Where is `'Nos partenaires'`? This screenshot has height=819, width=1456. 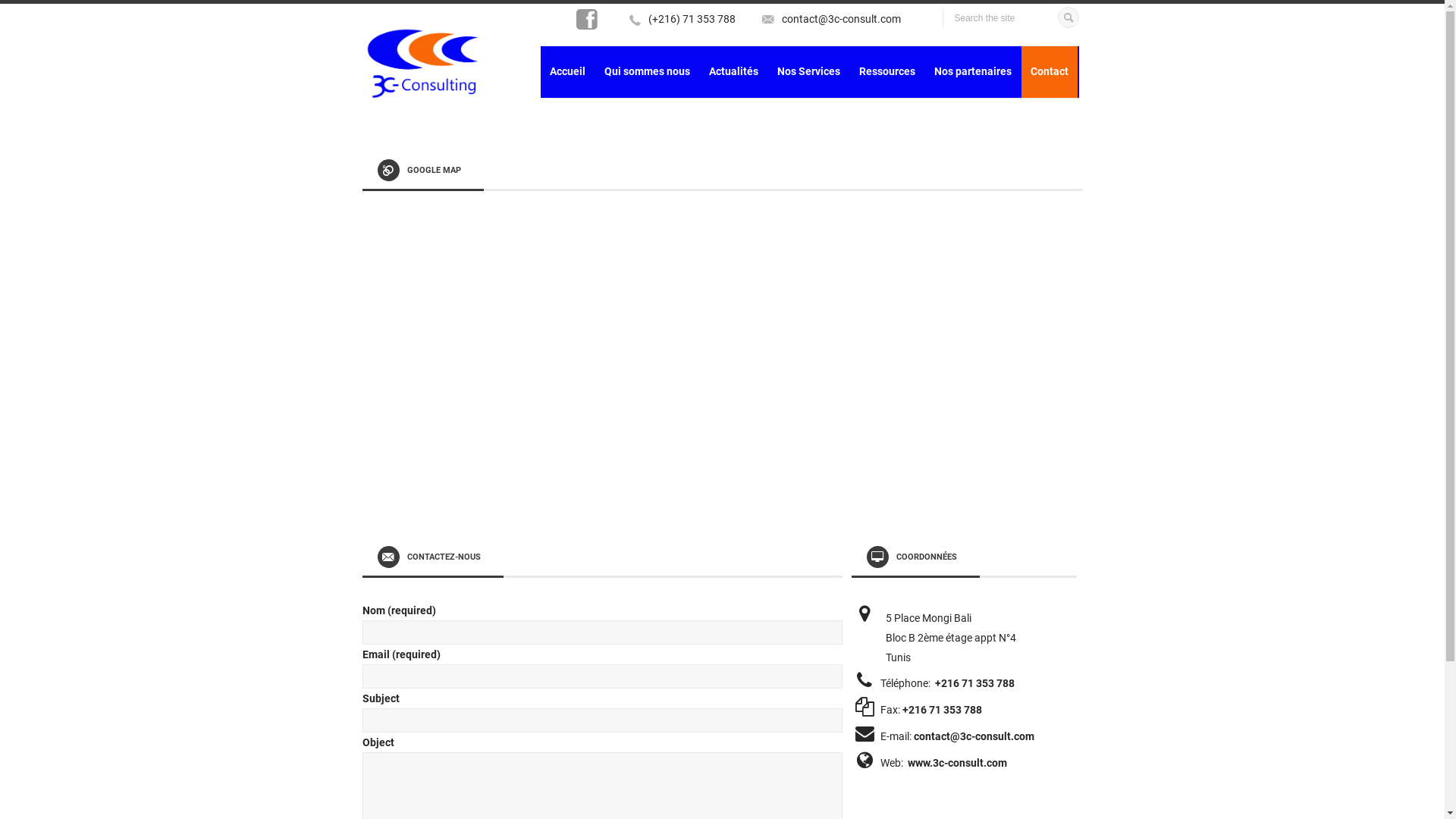 'Nos partenaires' is located at coordinates (924, 72).